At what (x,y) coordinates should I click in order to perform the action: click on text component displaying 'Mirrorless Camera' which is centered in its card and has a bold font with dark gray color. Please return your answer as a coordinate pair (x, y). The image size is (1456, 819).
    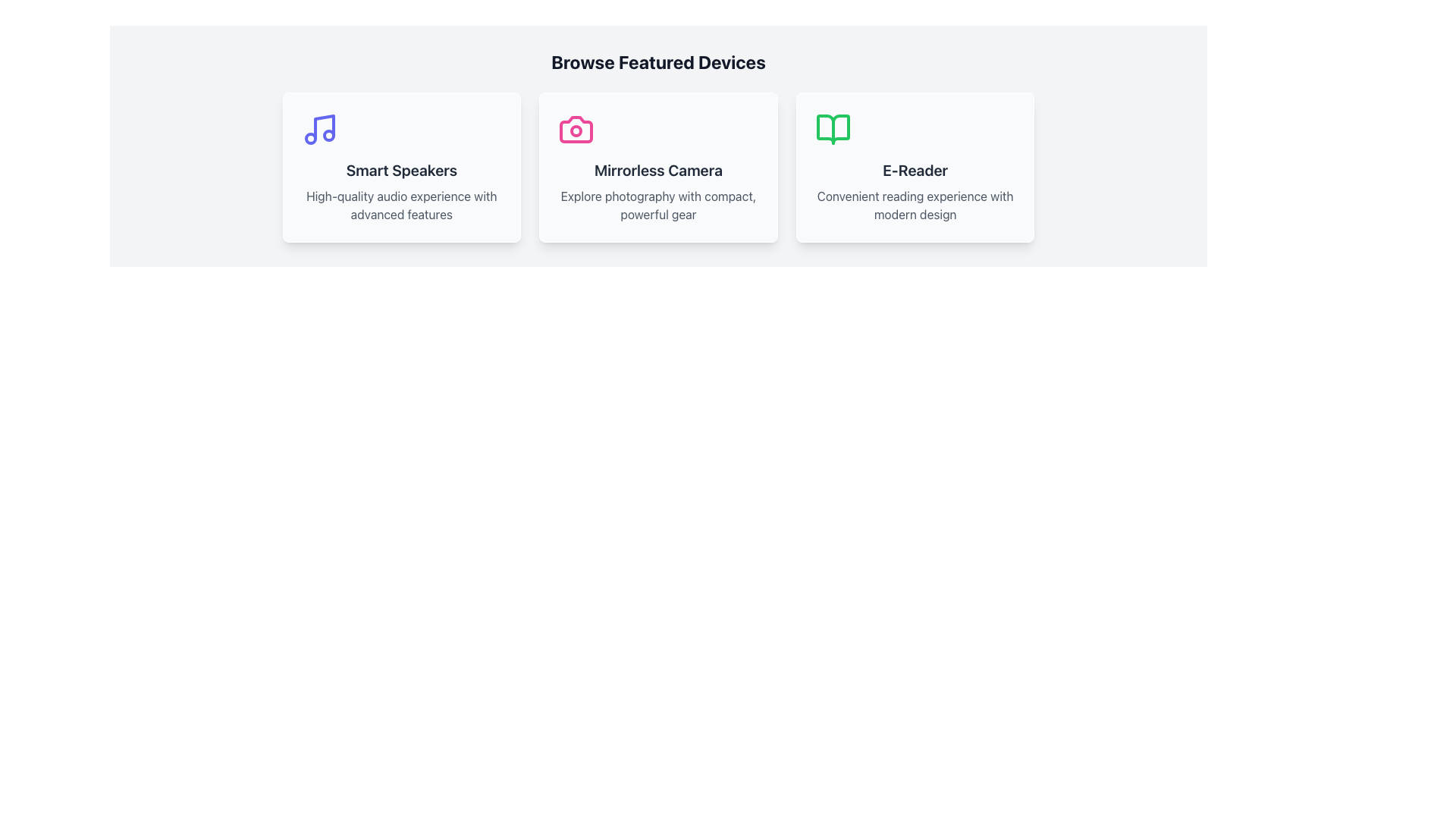
    Looking at the image, I should click on (658, 170).